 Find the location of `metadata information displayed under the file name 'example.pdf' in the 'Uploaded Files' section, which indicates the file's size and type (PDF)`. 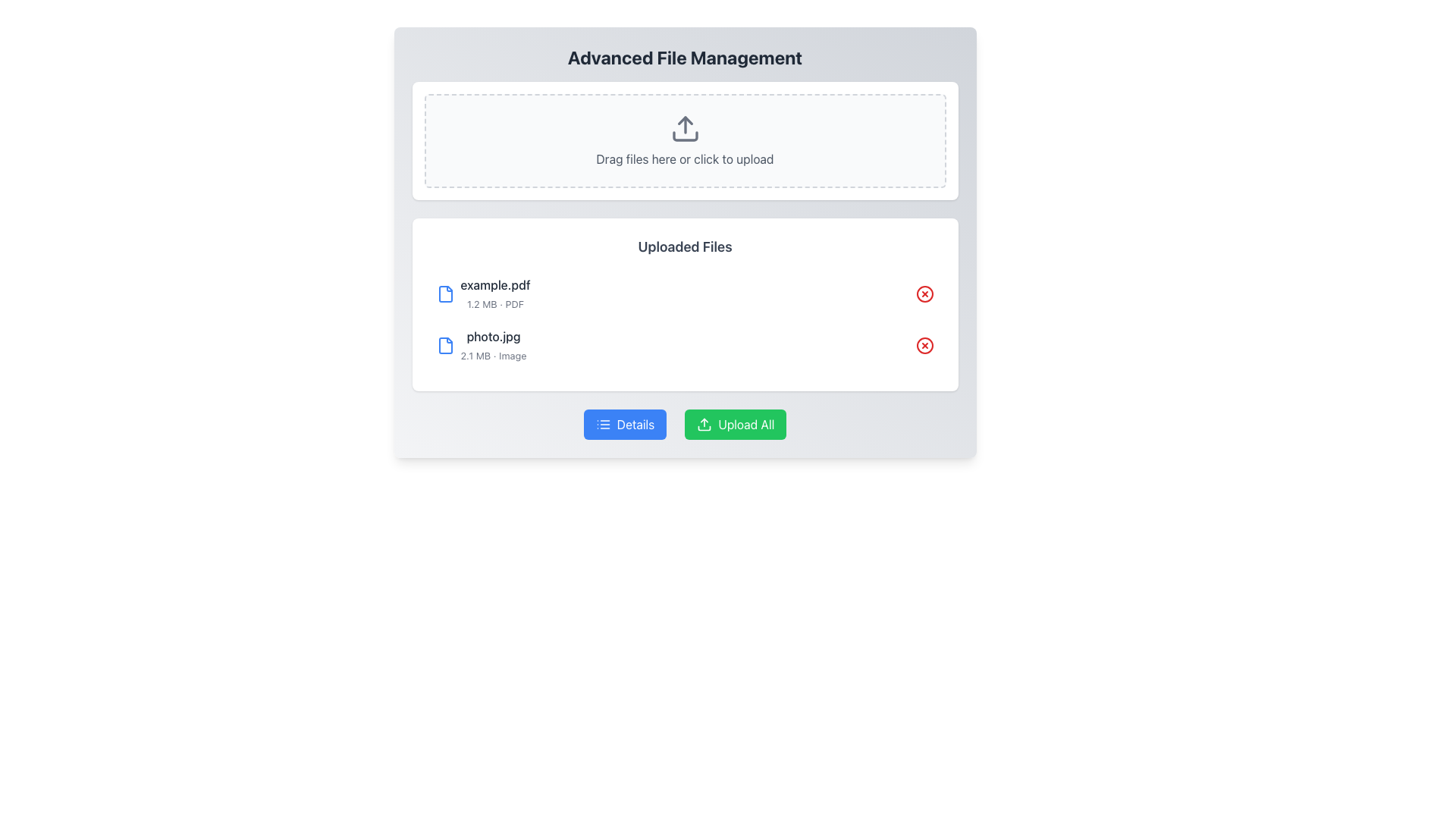

metadata information displayed under the file name 'example.pdf' in the 'Uploaded Files' section, which indicates the file's size and type (PDF) is located at coordinates (495, 304).